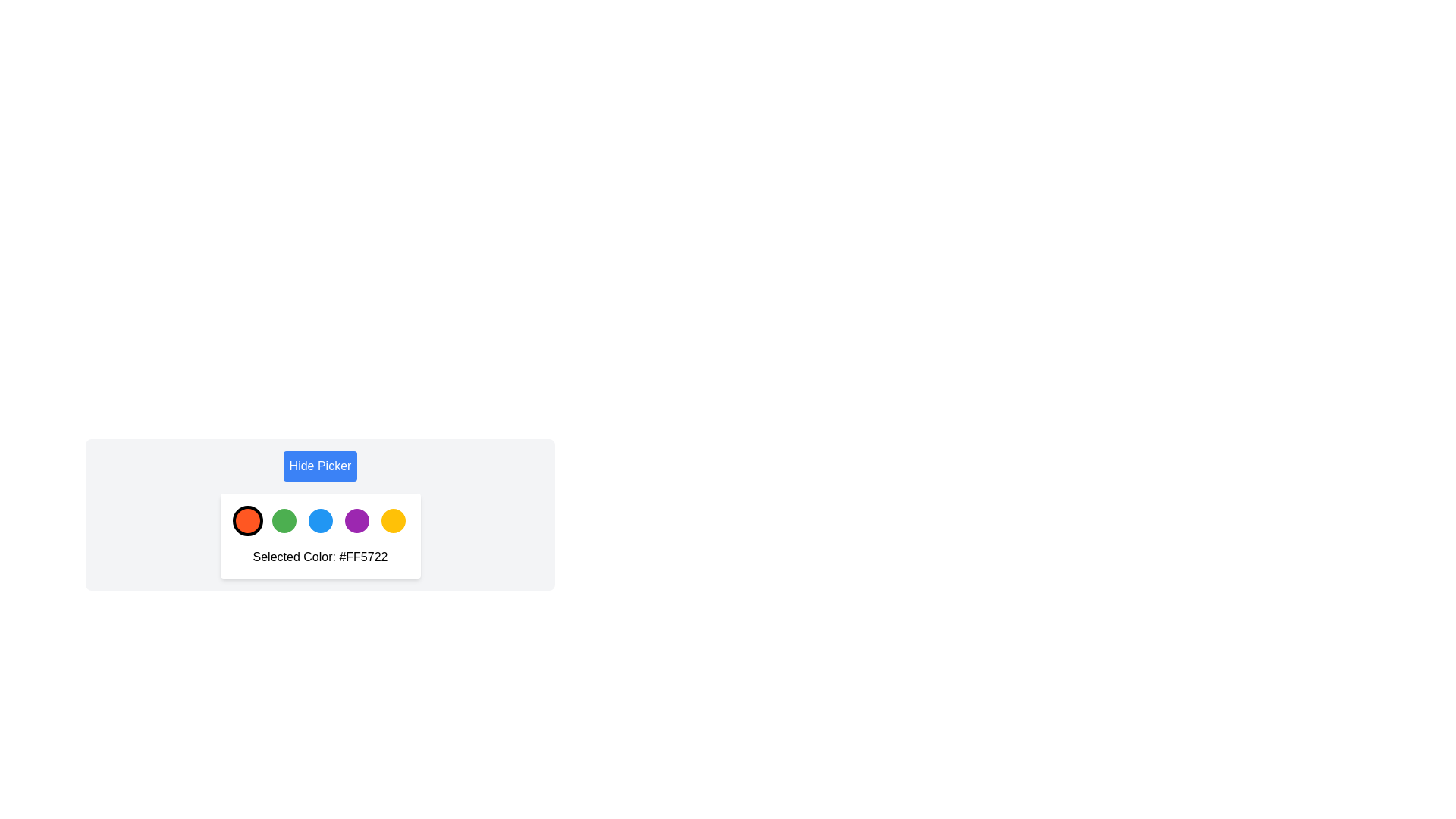 The image size is (1456, 819). Describe the element at coordinates (393, 519) in the screenshot. I see `the yellow color selection button, which is the fifth circular button in a horizontal row near the bottom of the card` at that location.